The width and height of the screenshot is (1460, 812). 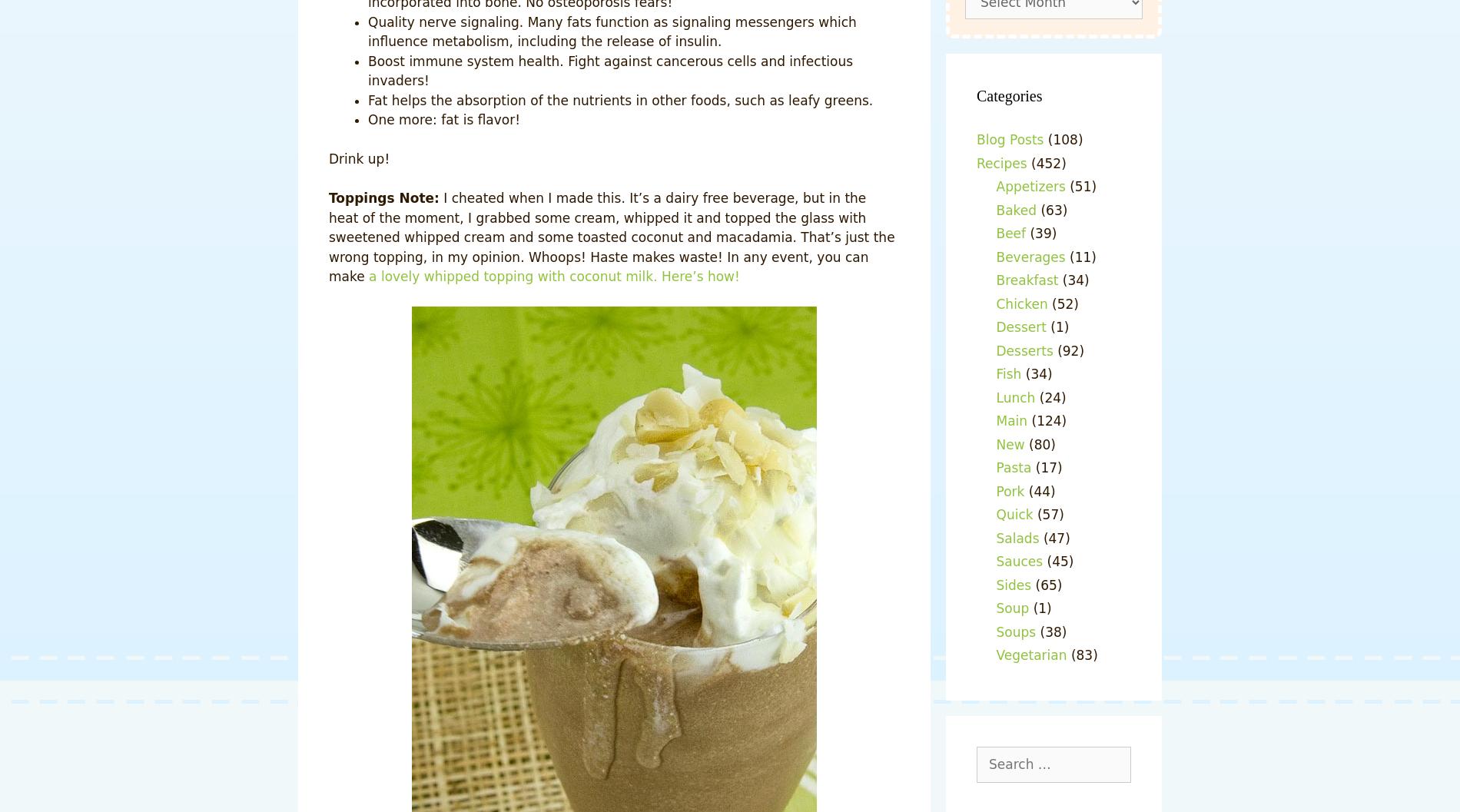 What do you see at coordinates (994, 350) in the screenshot?
I see `'Desserts'` at bounding box center [994, 350].